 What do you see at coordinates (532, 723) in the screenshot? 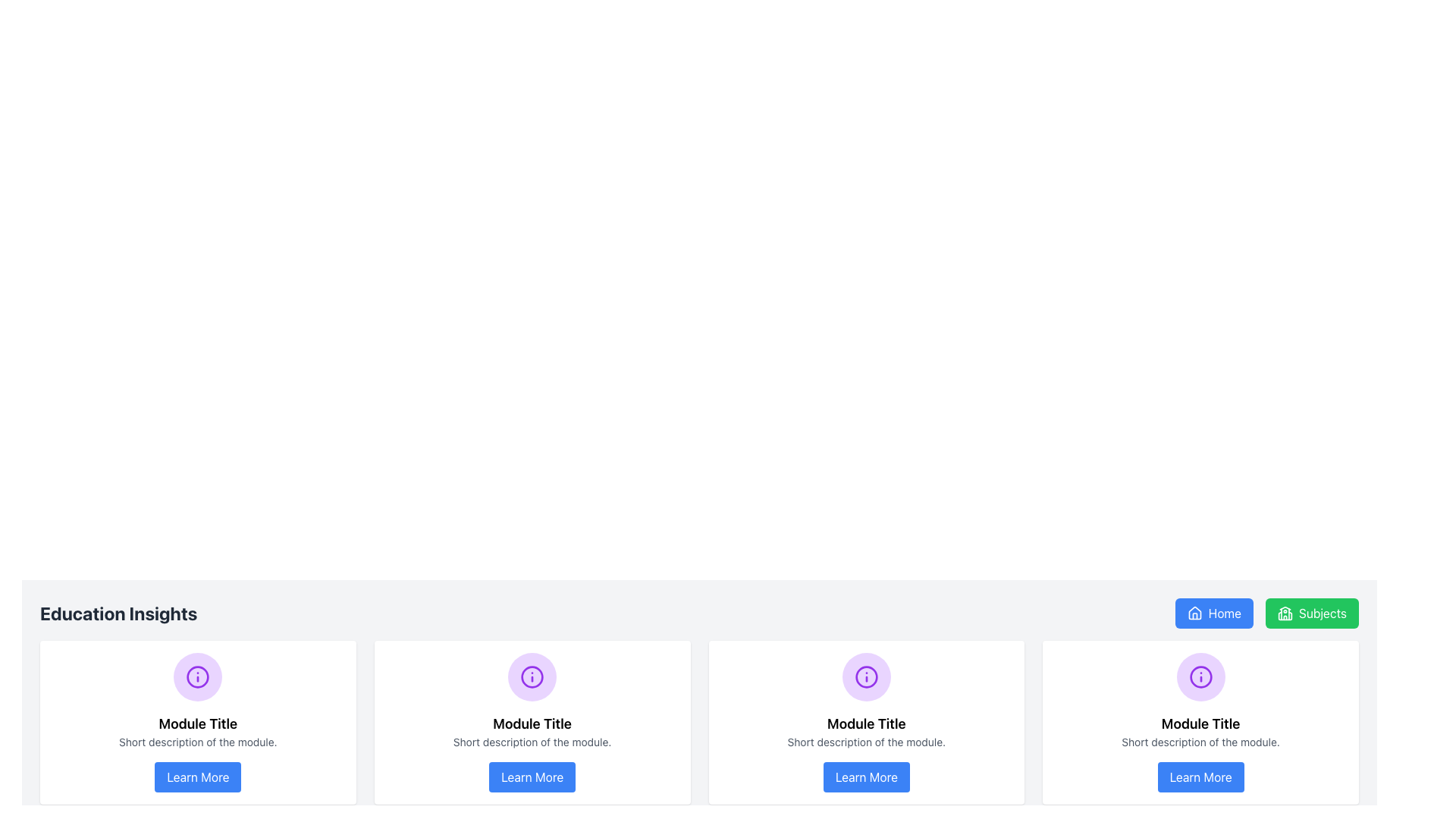
I see `the text label displaying 'Module Title', which is centrally aligned within the second module card, positioned below the module icon and above the module description` at bounding box center [532, 723].